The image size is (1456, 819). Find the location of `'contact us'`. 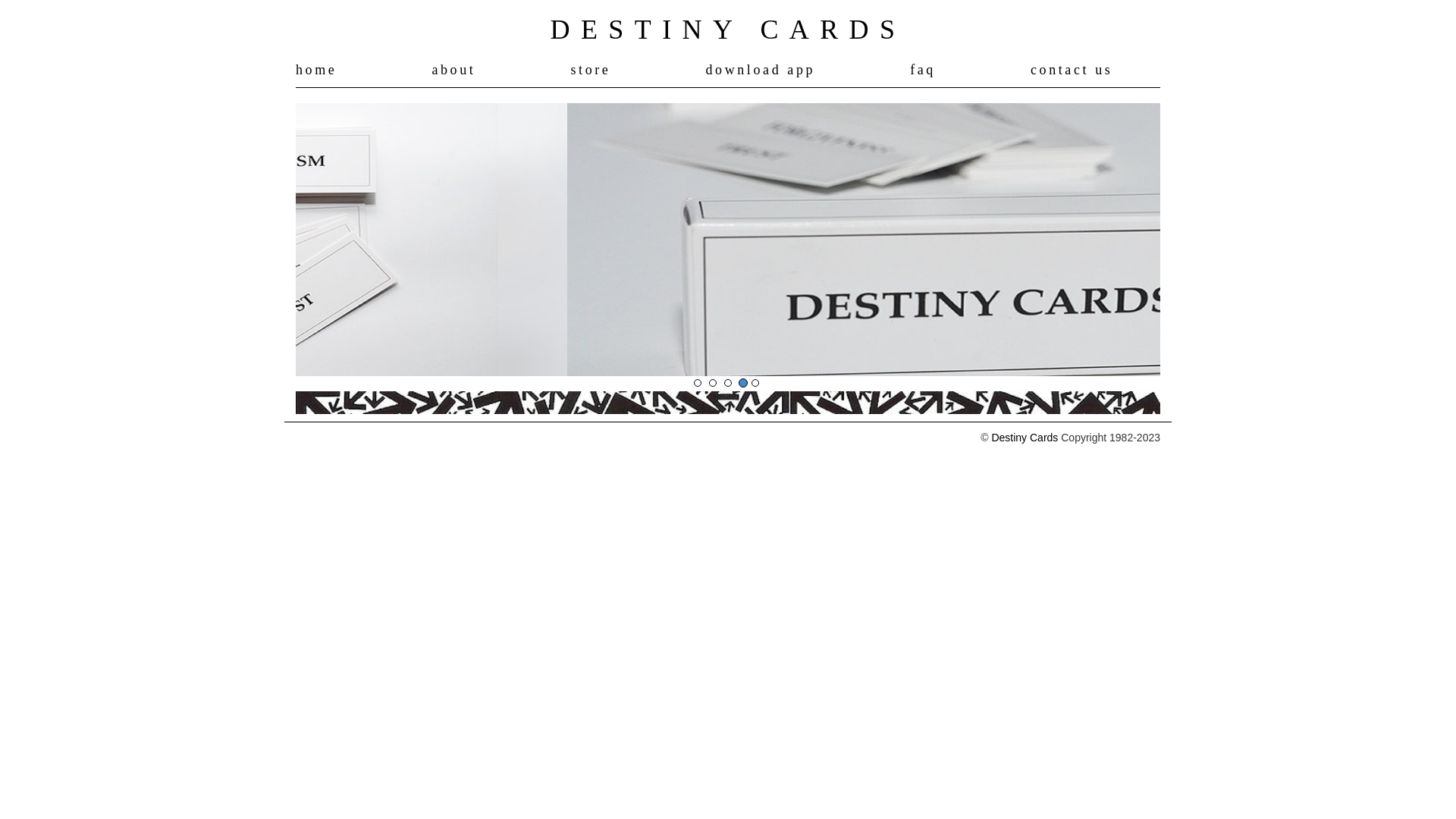

'contact us' is located at coordinates (1070, 70).